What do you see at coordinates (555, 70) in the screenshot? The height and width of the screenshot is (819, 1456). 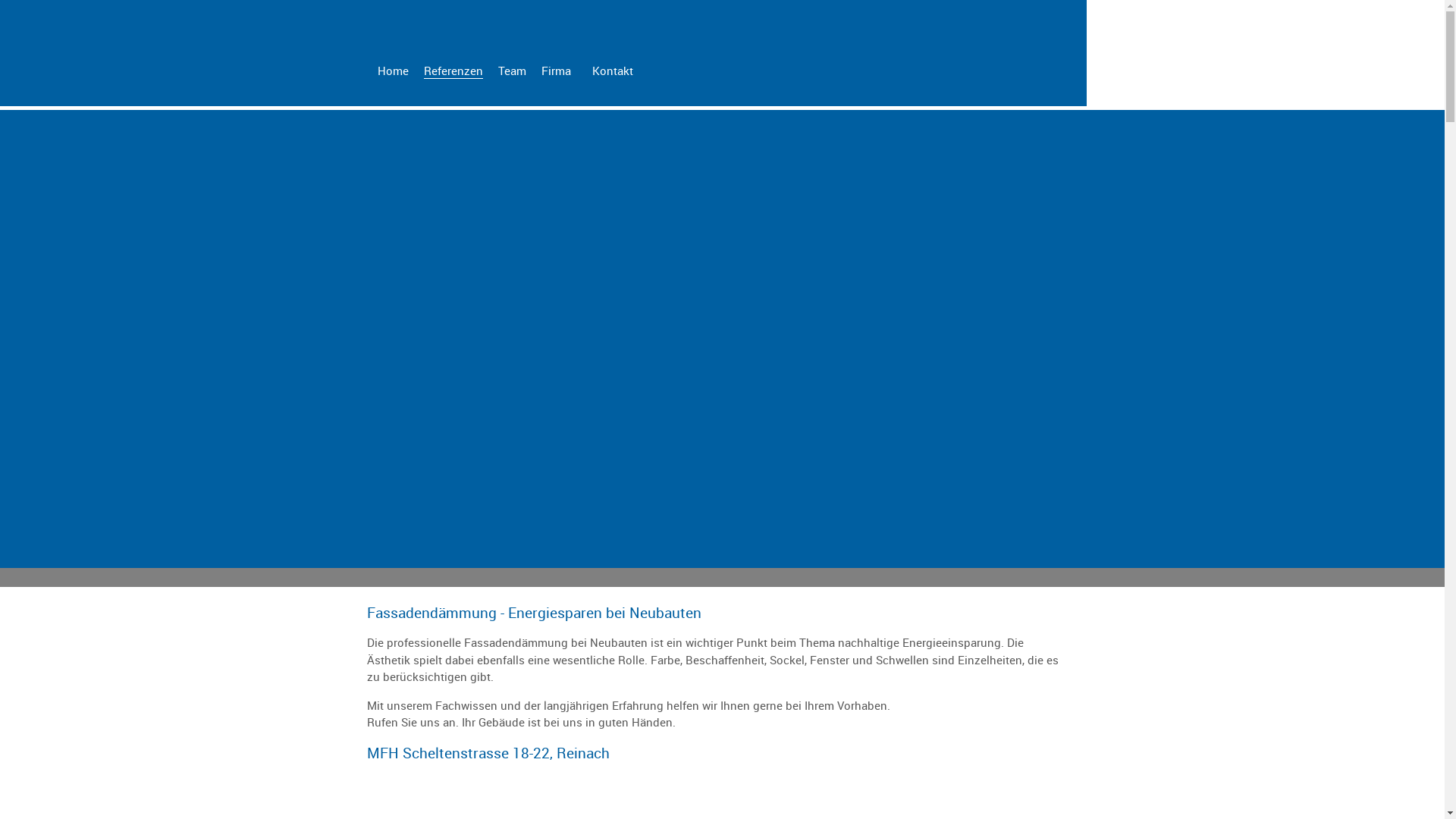 I see `'Firma'` at bounding box center [555, 70].